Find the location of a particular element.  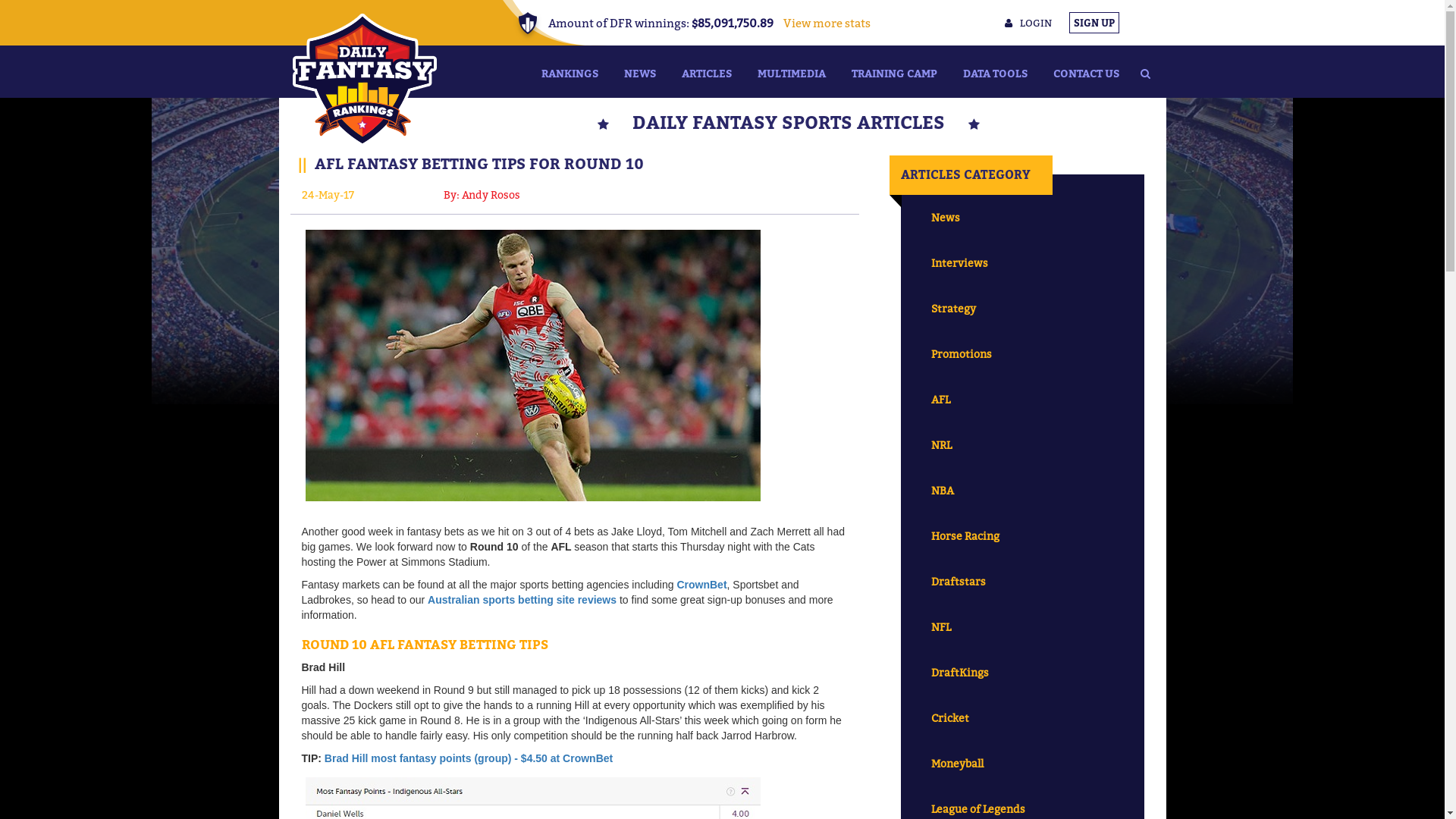

'LOGIN' is located at coordinates (1027, 23).